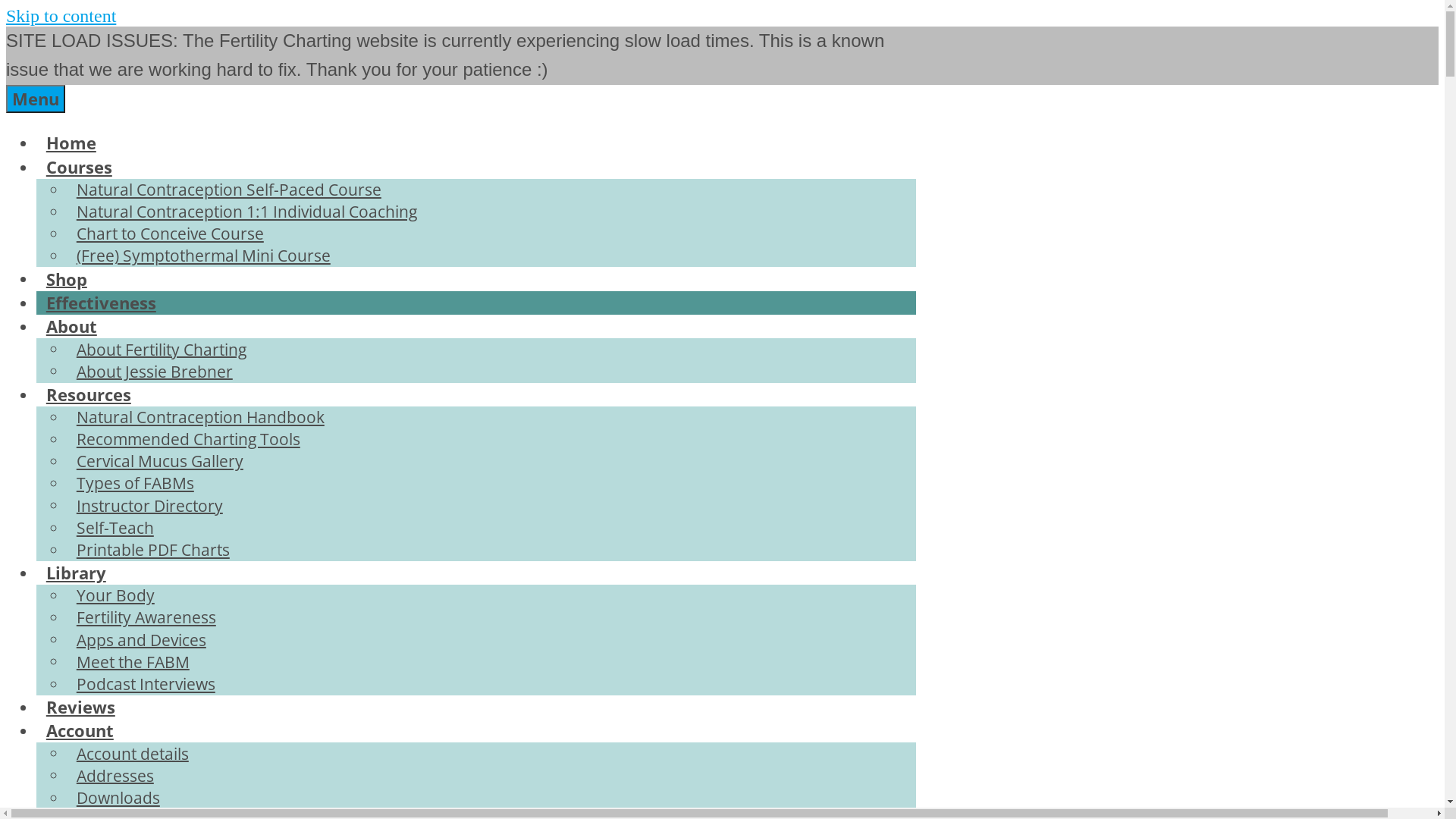 Image resolution: width=1456 pixels, height=819 pixels. What do you see at coordinates (115, 595) in the screenshot?
I see `'Your Body'` at bounding box center [115, 595].